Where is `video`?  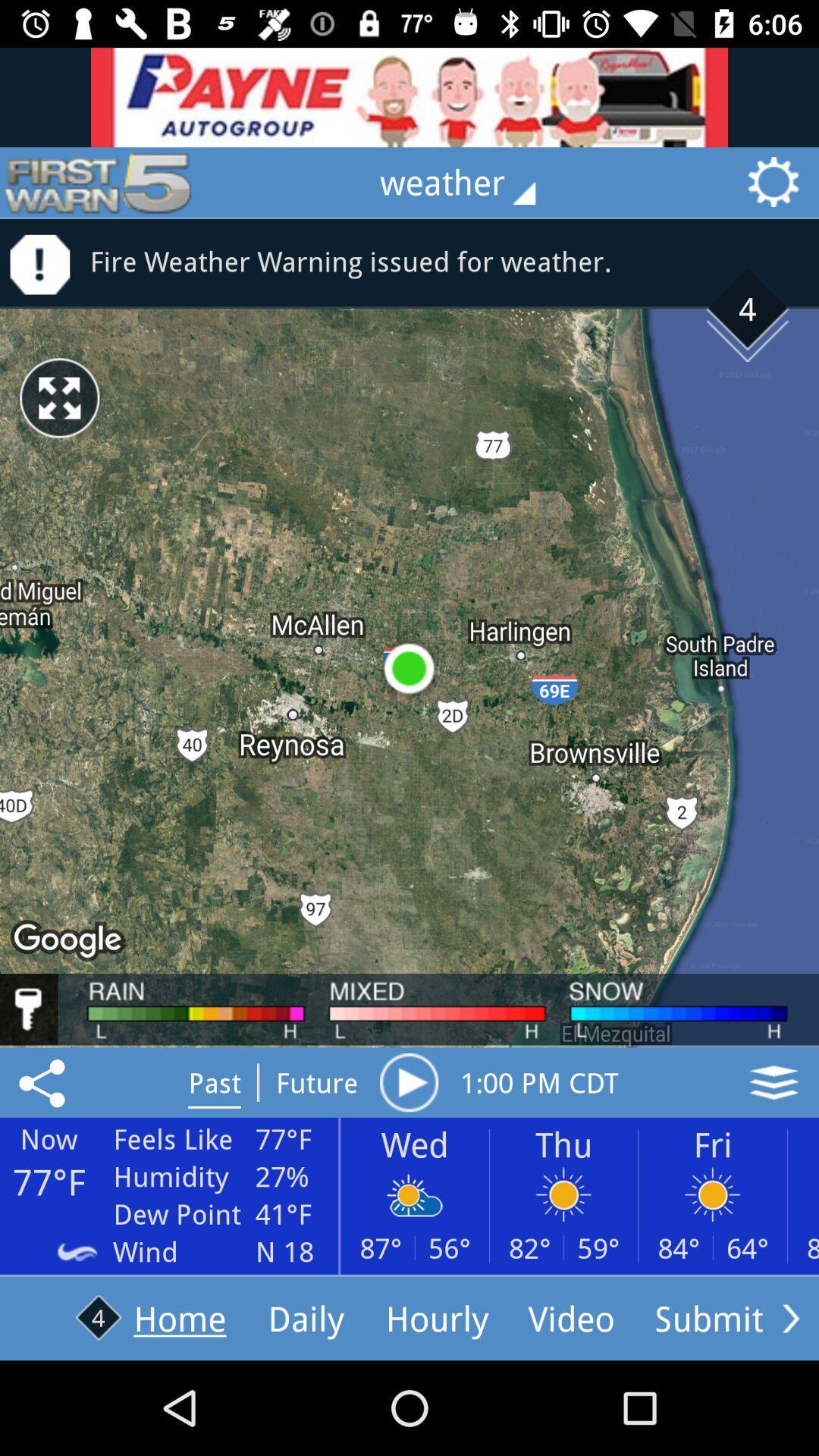
video is located at coordinates (408, 1081).